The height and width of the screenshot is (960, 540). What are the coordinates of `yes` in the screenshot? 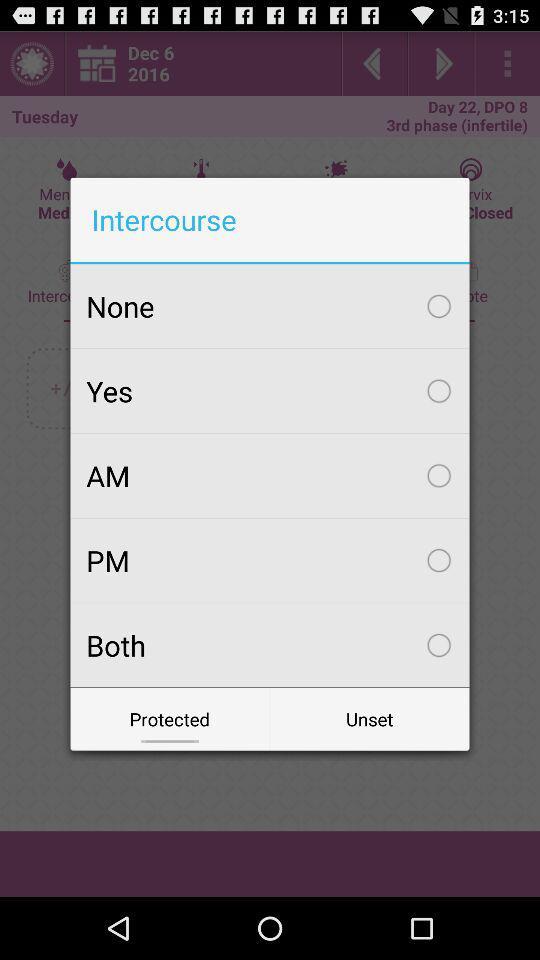 It's located at (270, 390).